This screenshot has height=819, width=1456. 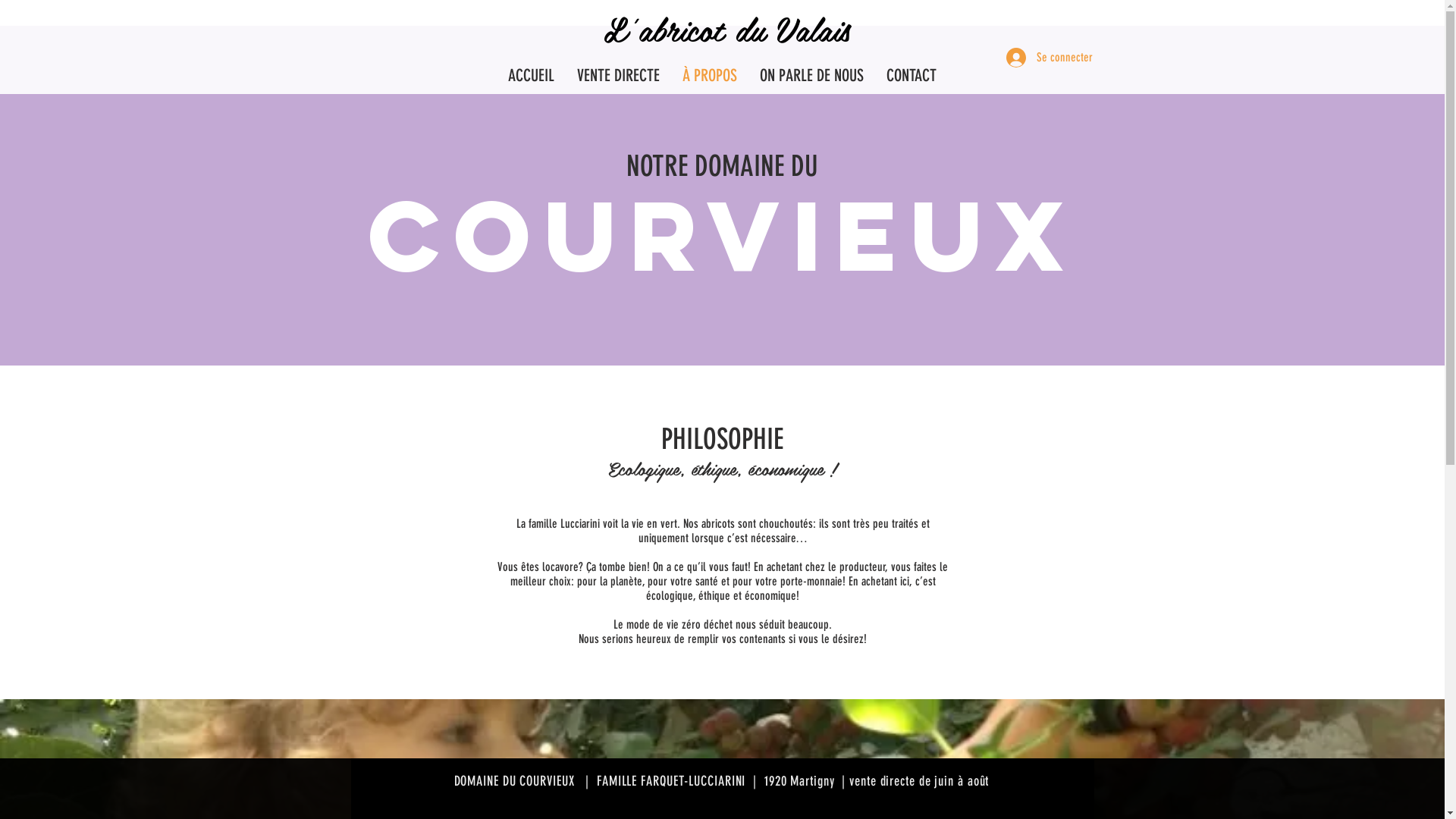 What do you see at coordinates (531, 75) in the screenshot?
I see `'ACCUEIL'` at bounding box center [531, 75].